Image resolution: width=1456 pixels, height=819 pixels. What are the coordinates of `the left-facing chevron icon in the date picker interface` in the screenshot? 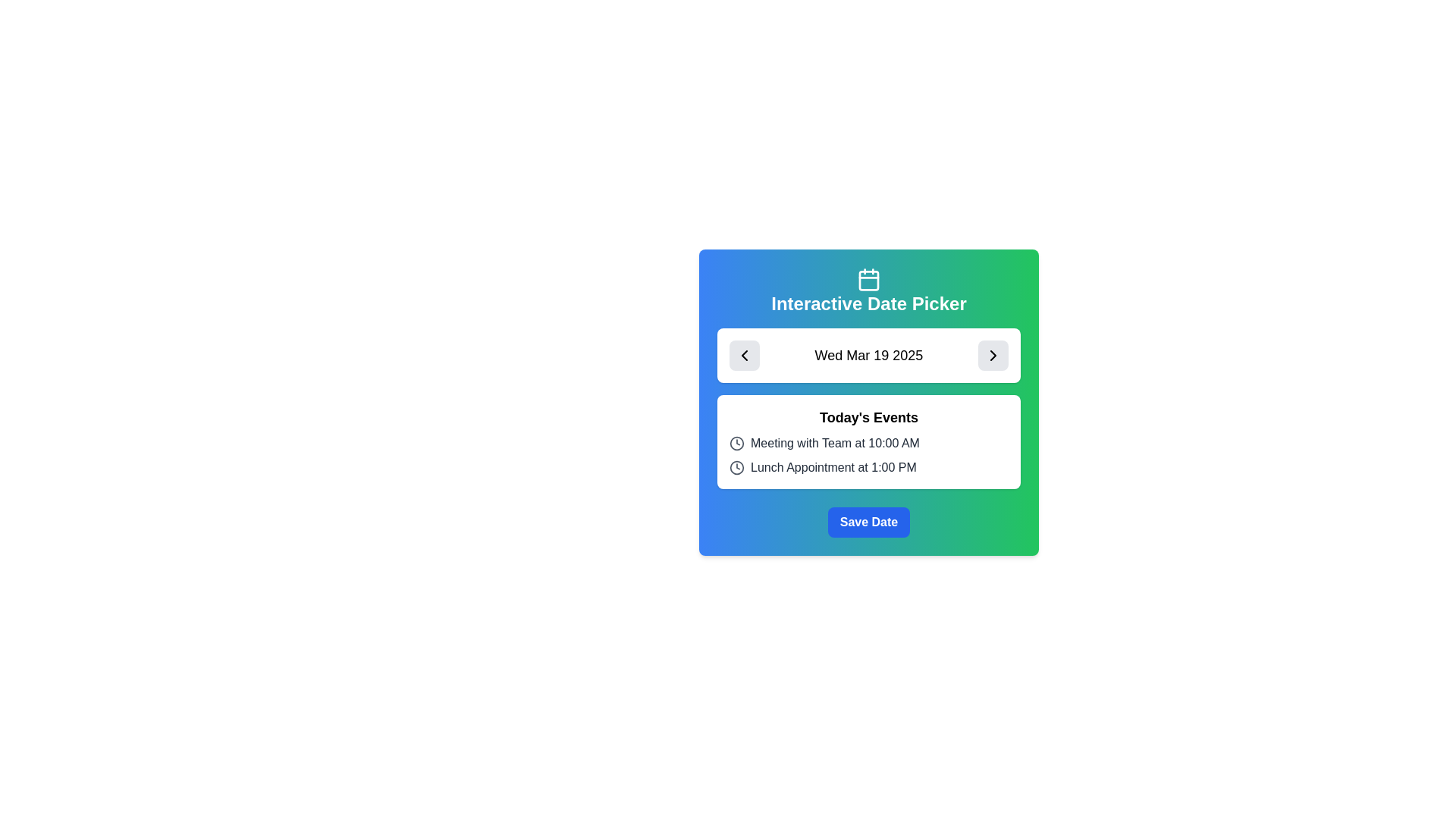 It's located at (745, 356).